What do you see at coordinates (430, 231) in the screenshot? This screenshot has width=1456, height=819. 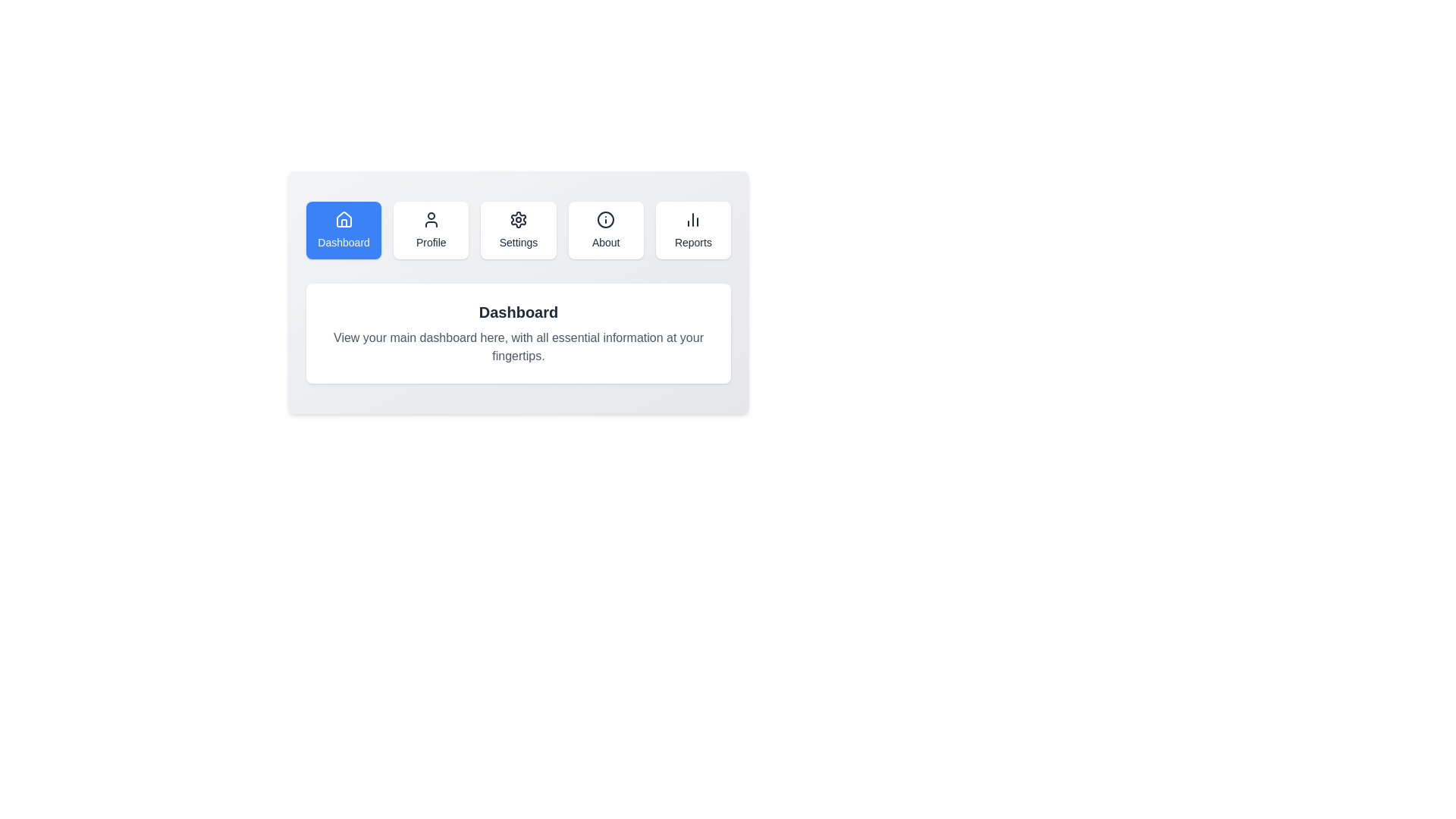 I see `the tab labeled Profile` at bounding box center [430, 231].